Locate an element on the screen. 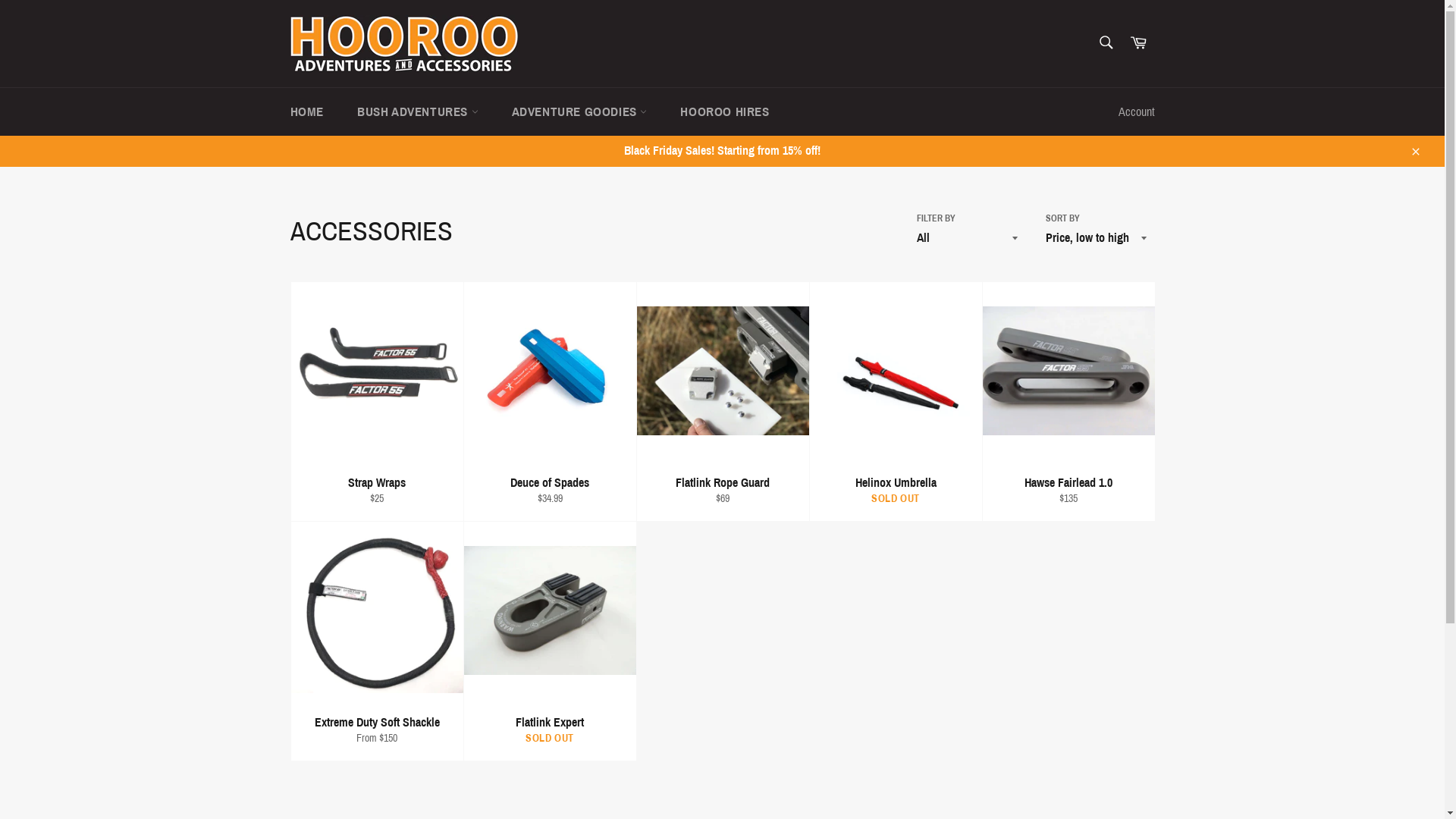 This screenshot has height=819, width=1456. 'Helinox Umbrella is located at coordinates (895, 400).